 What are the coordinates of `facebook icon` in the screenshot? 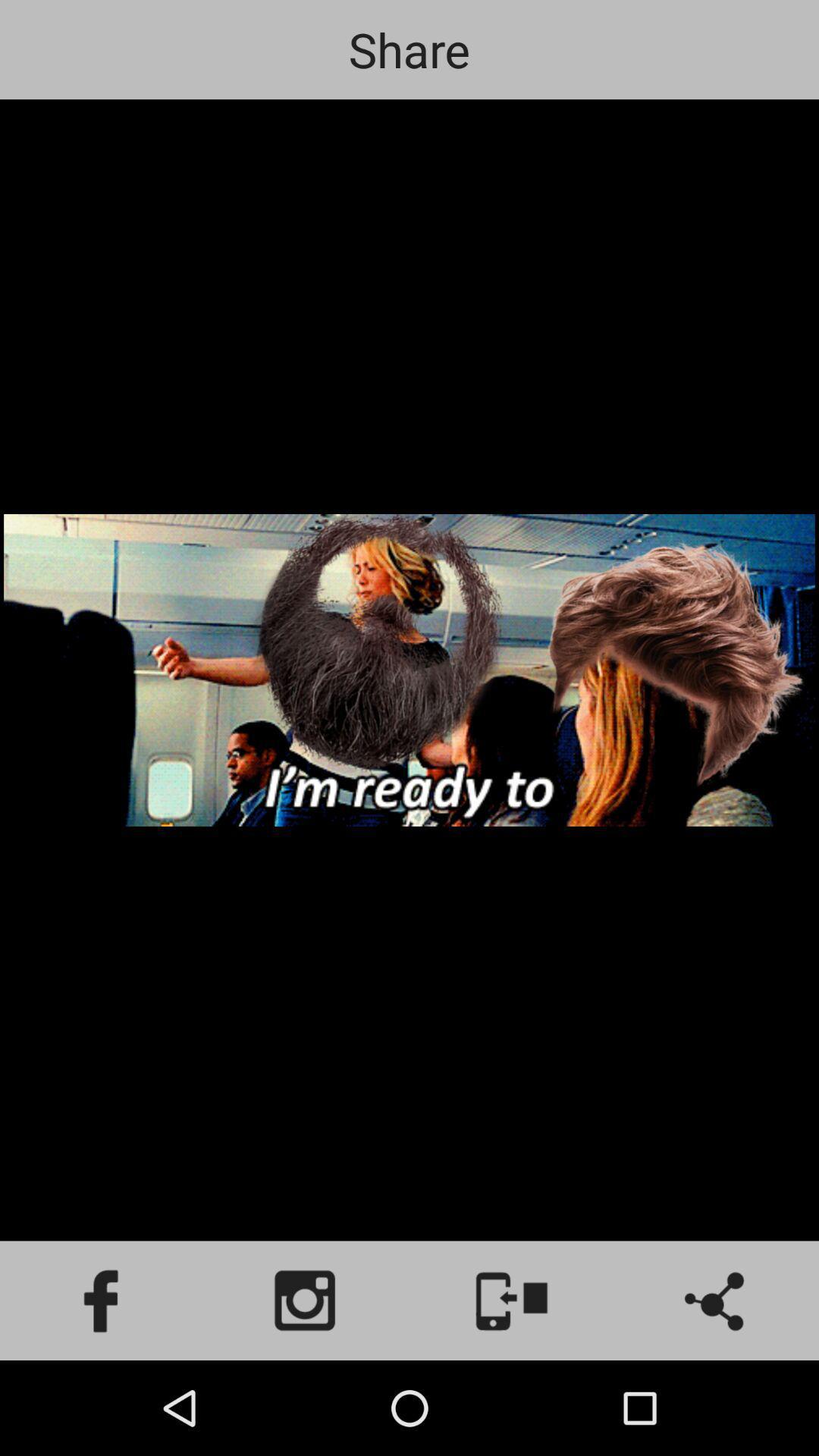 It's located at (102, 1300).